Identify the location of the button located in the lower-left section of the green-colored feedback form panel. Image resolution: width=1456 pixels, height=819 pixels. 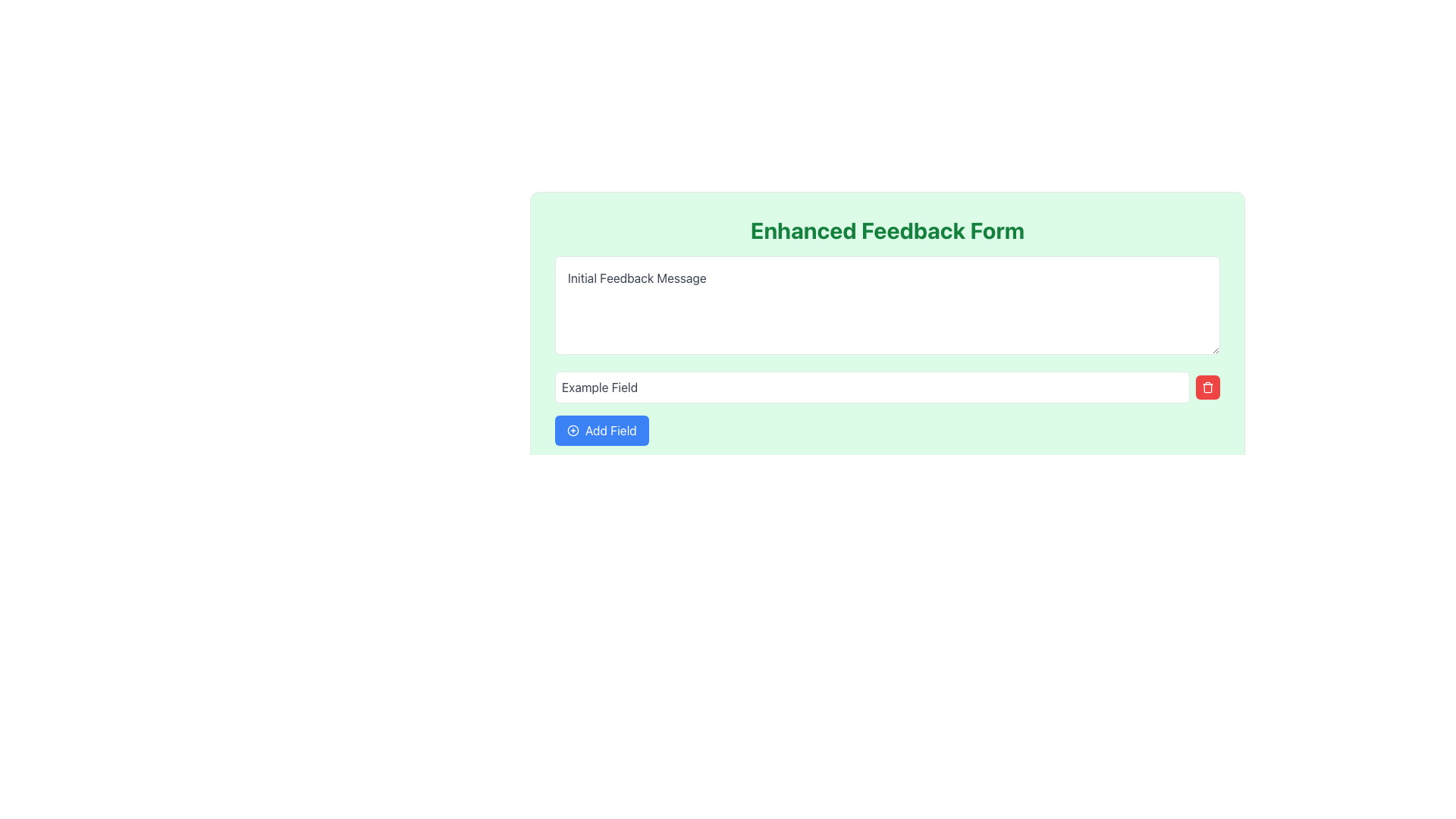
(601, 430).